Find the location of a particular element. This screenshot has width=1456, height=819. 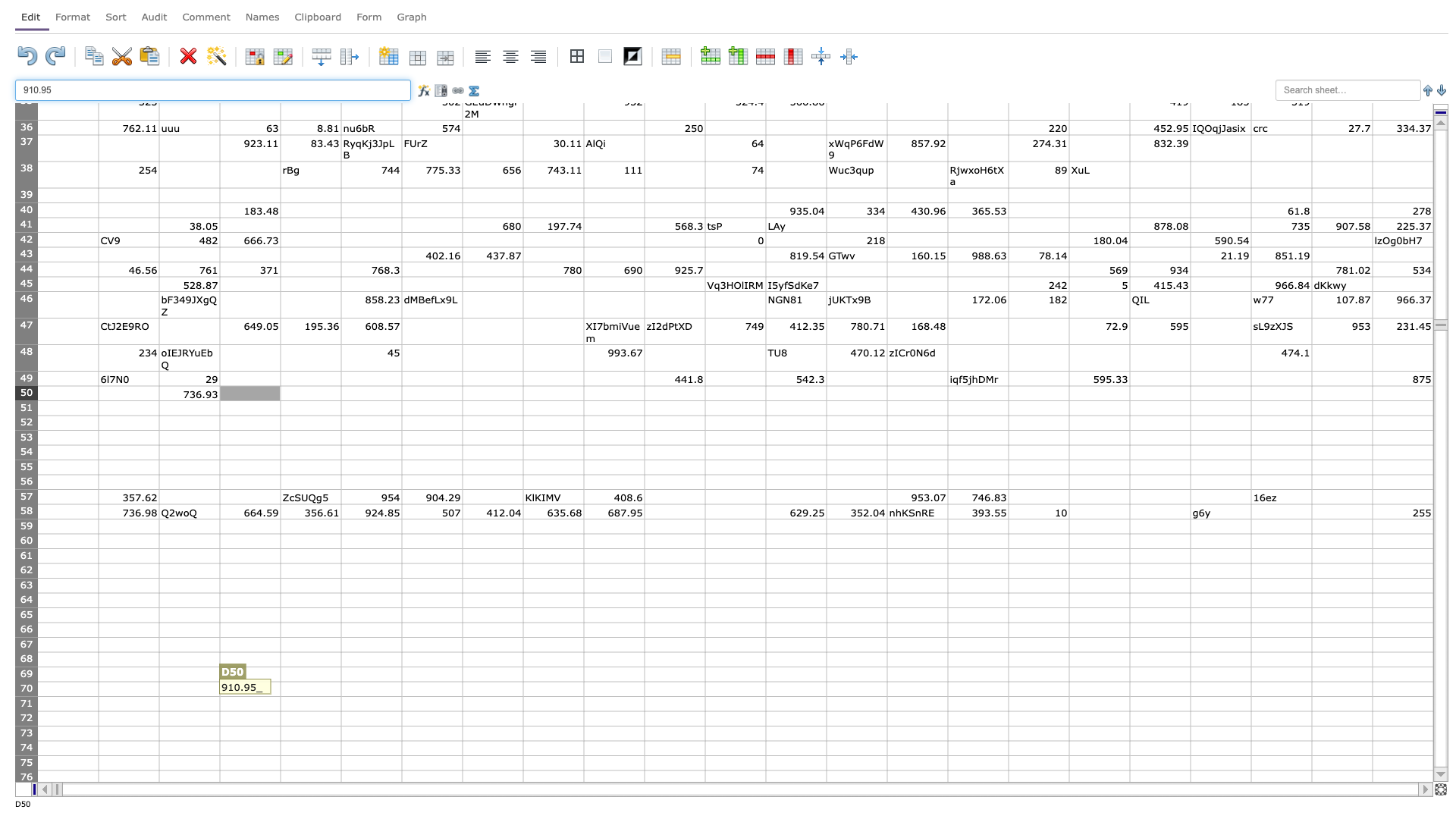

fill handle of E70 is located at coordinates (340, 696).